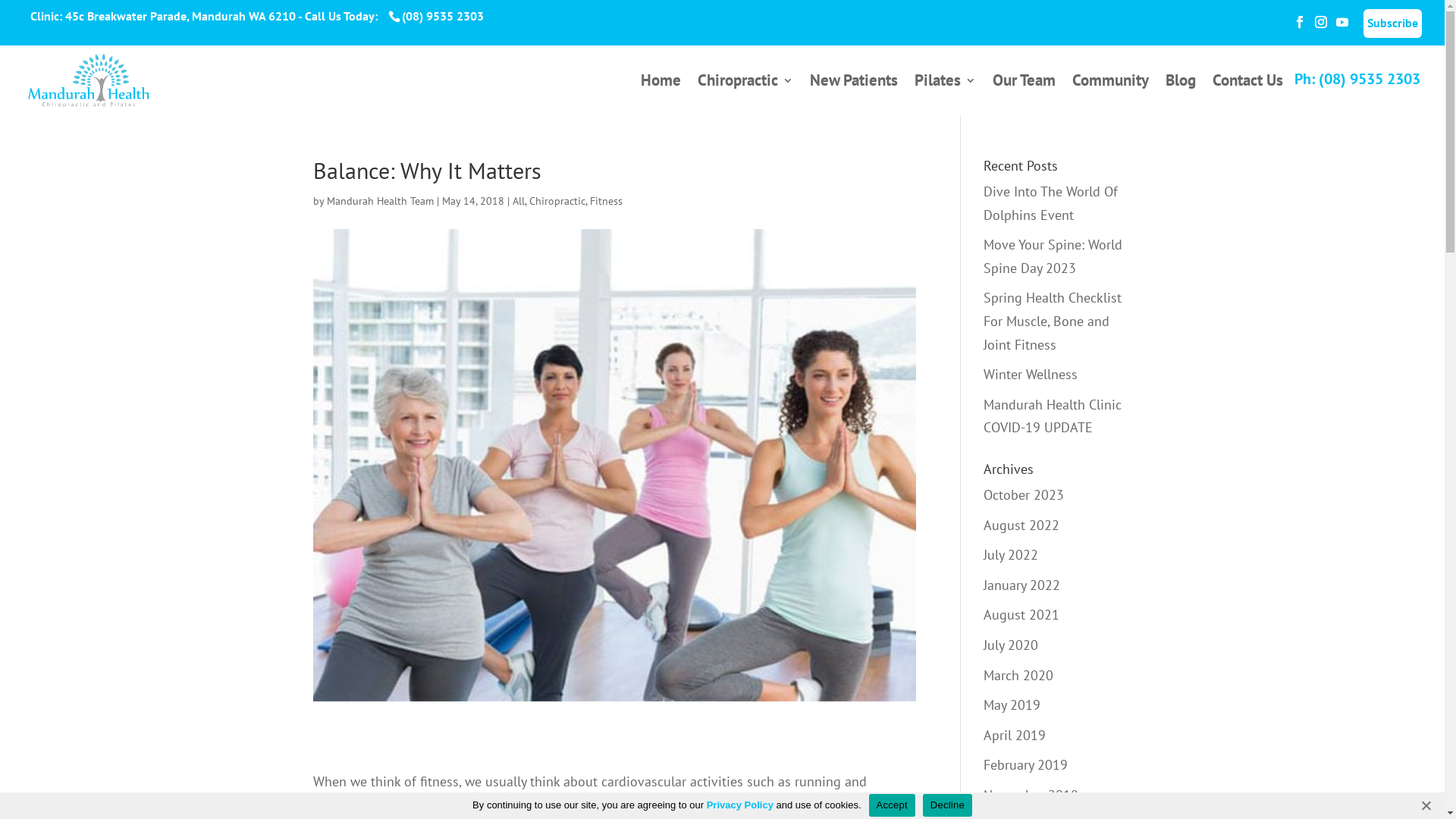 The width and height of the screenshot is (1456, 819). I want to click on 'Spring Health Checklist For Muscle, Bone and Joint Fitness', so click(983, 320).